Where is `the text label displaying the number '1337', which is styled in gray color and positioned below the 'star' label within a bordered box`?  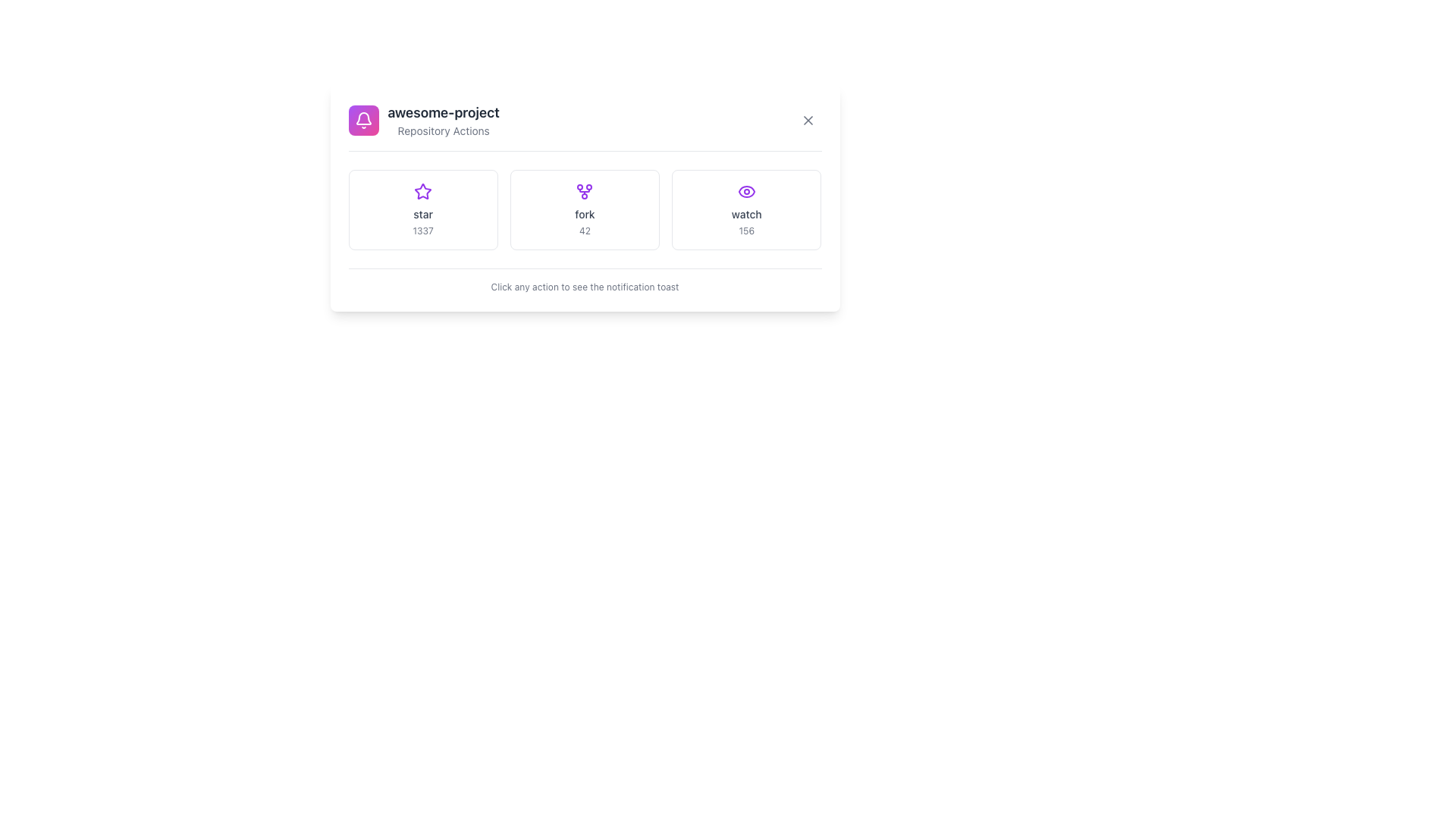 the text label displaying the number '1337', which is styled in gray color and positioned below the 'star' label within a bordered box is located at coordinates (423, 231).